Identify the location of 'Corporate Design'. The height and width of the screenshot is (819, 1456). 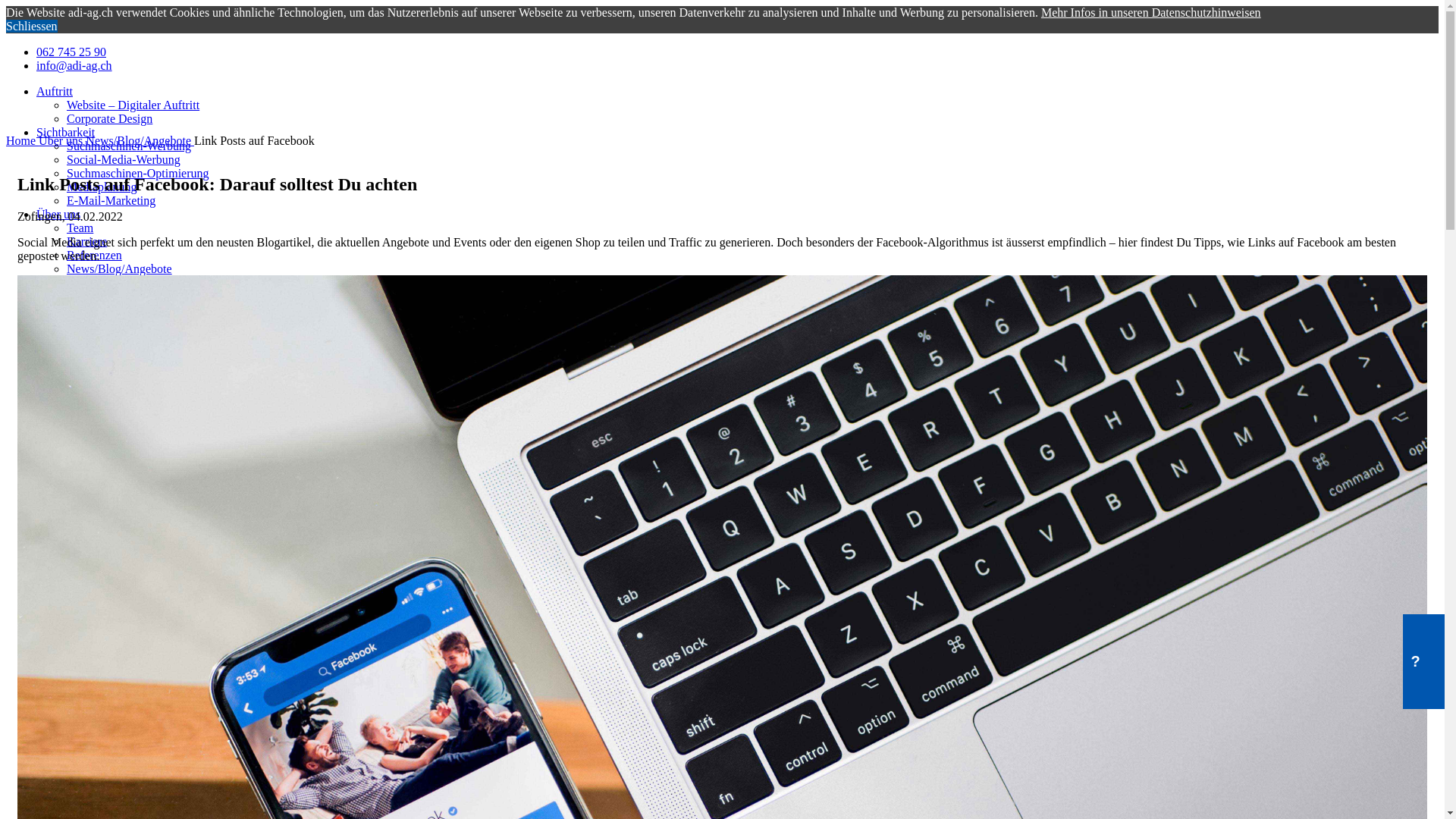
(65, 118).